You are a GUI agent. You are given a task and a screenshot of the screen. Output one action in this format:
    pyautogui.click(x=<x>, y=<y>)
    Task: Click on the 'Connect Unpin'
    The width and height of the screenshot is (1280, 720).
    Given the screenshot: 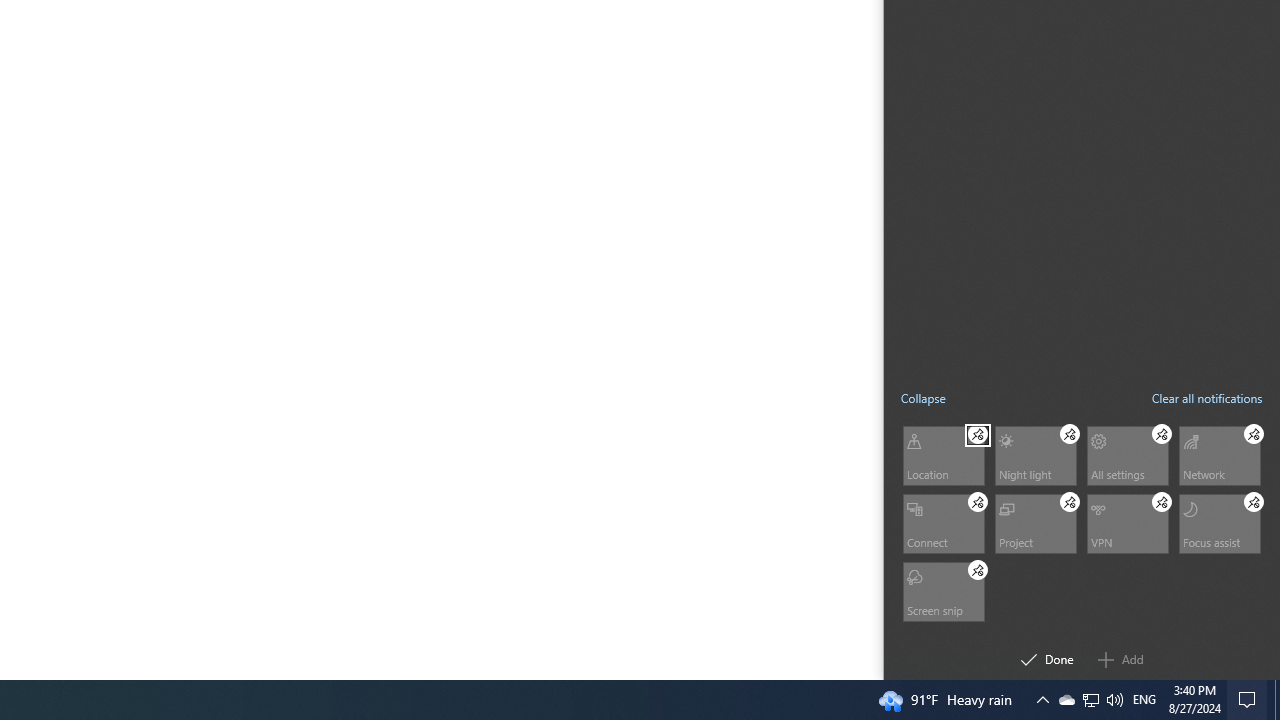 What is the action you would take?
    pyautogui.click(x=977, y=500)
    